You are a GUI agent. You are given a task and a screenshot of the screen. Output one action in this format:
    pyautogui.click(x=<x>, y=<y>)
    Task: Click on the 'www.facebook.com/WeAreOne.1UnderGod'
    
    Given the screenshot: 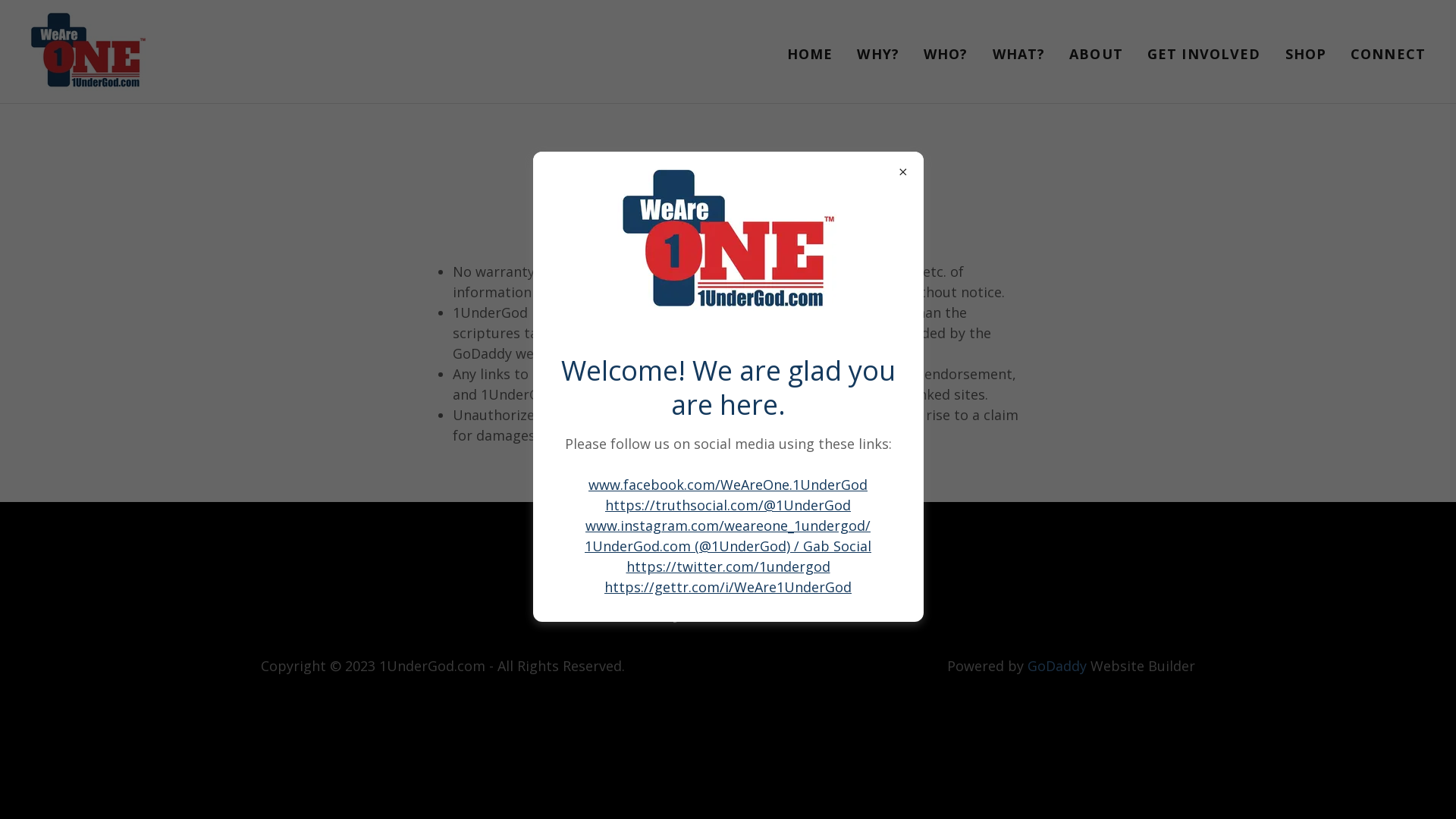 What is the action you would take?
    pyautogui.click(x=728, y=485)
    